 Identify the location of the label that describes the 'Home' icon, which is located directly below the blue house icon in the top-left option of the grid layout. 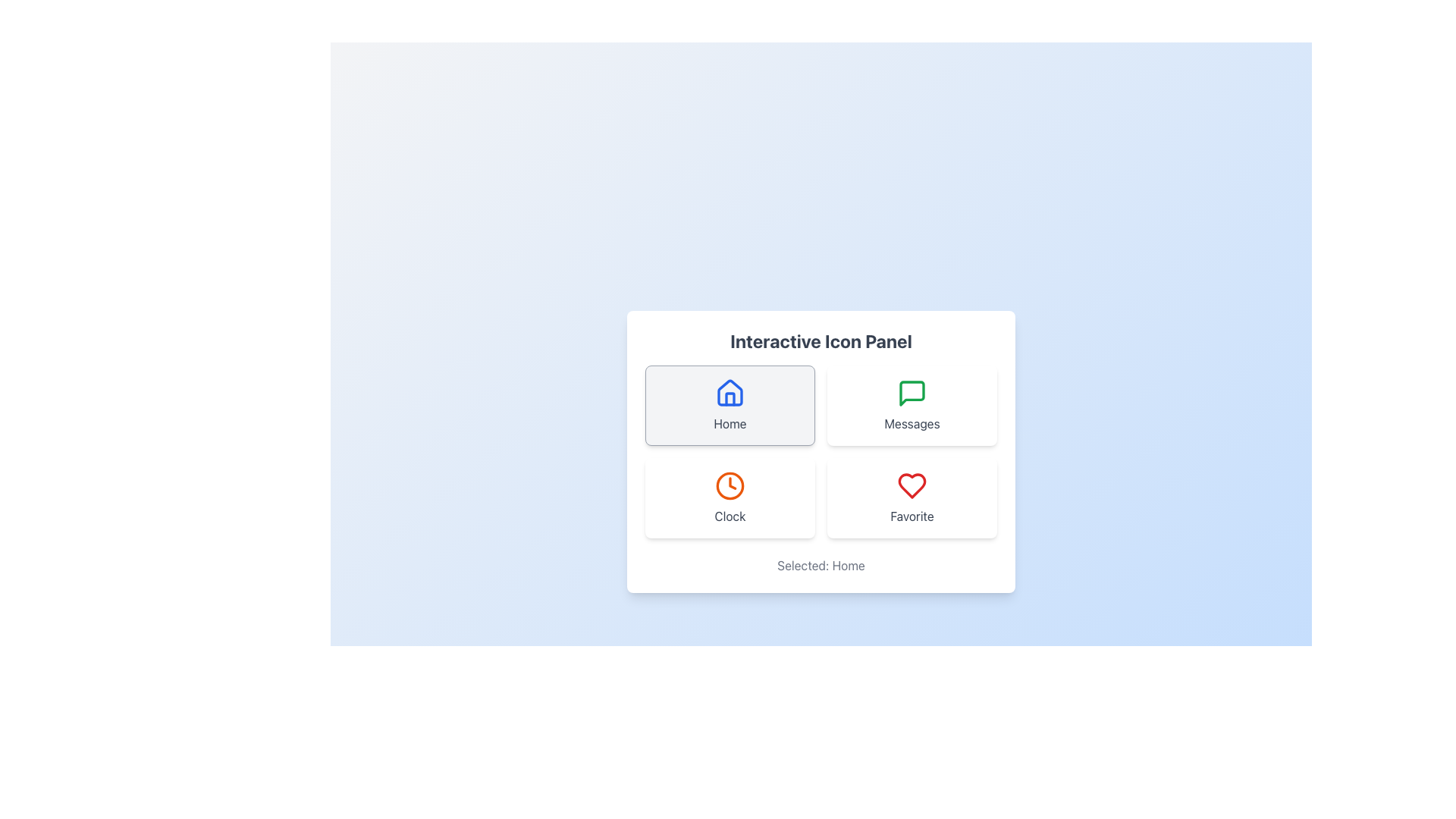
(730, 424).